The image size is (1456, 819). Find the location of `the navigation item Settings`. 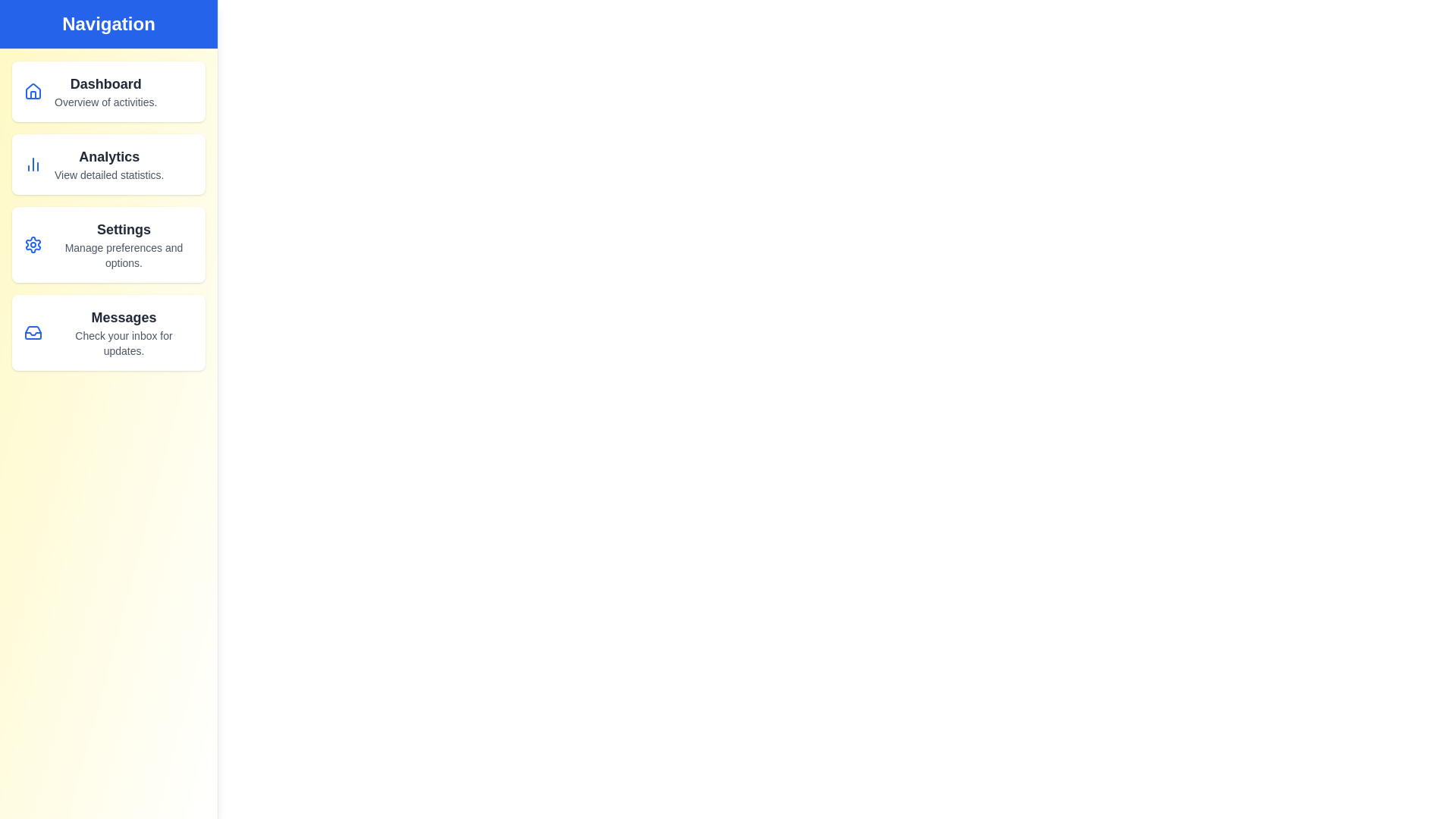

the navigation item Settings is located at coordinates (108, 244).